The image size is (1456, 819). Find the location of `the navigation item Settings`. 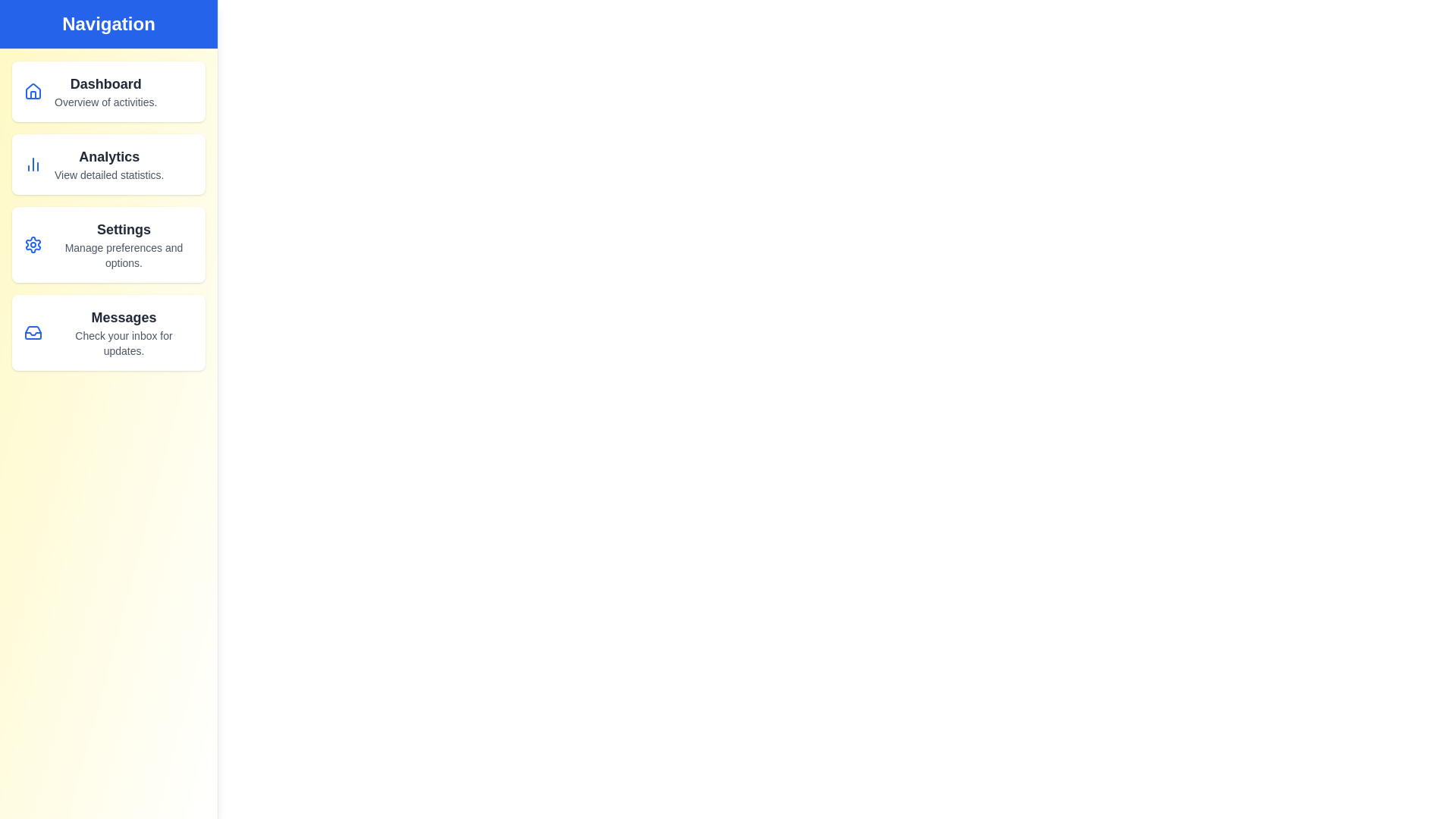

the navigation item Settings is located at coordinates (108, 244).